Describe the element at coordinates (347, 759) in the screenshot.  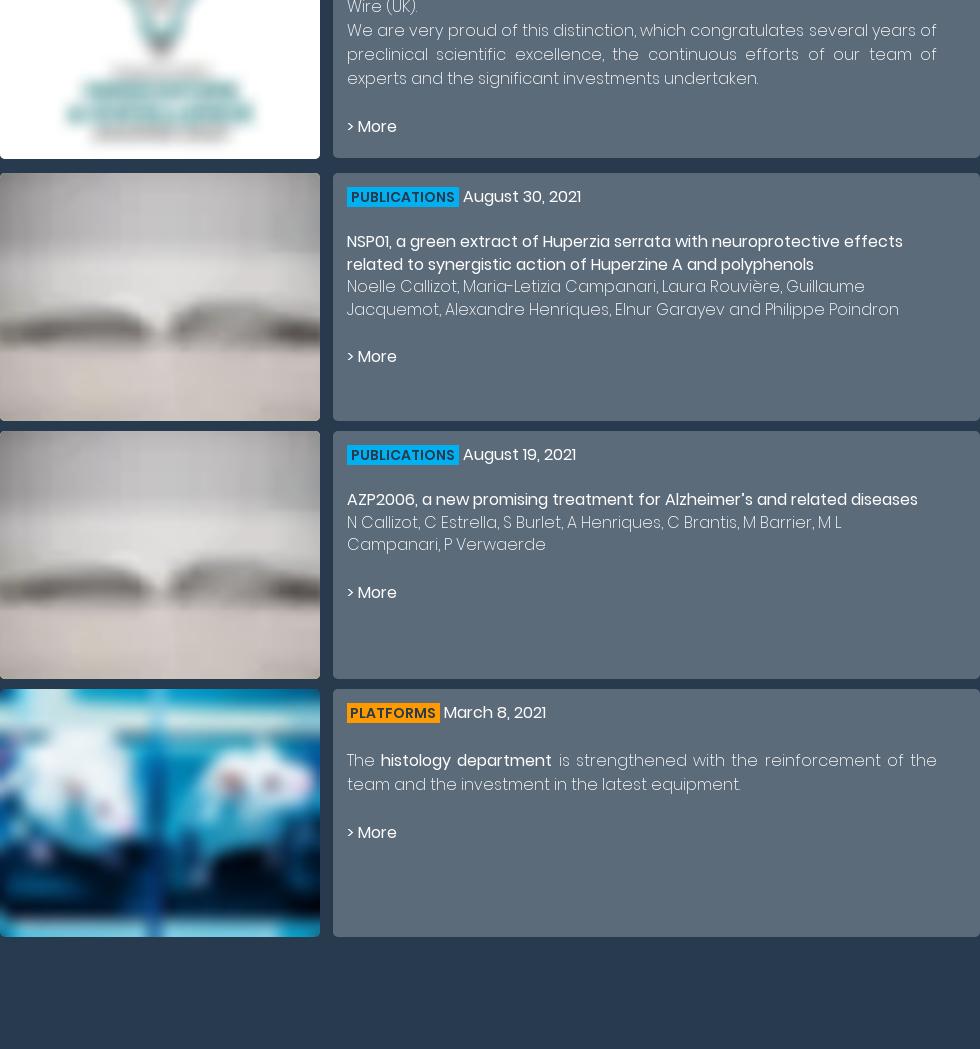
I see `'The'` at that location.